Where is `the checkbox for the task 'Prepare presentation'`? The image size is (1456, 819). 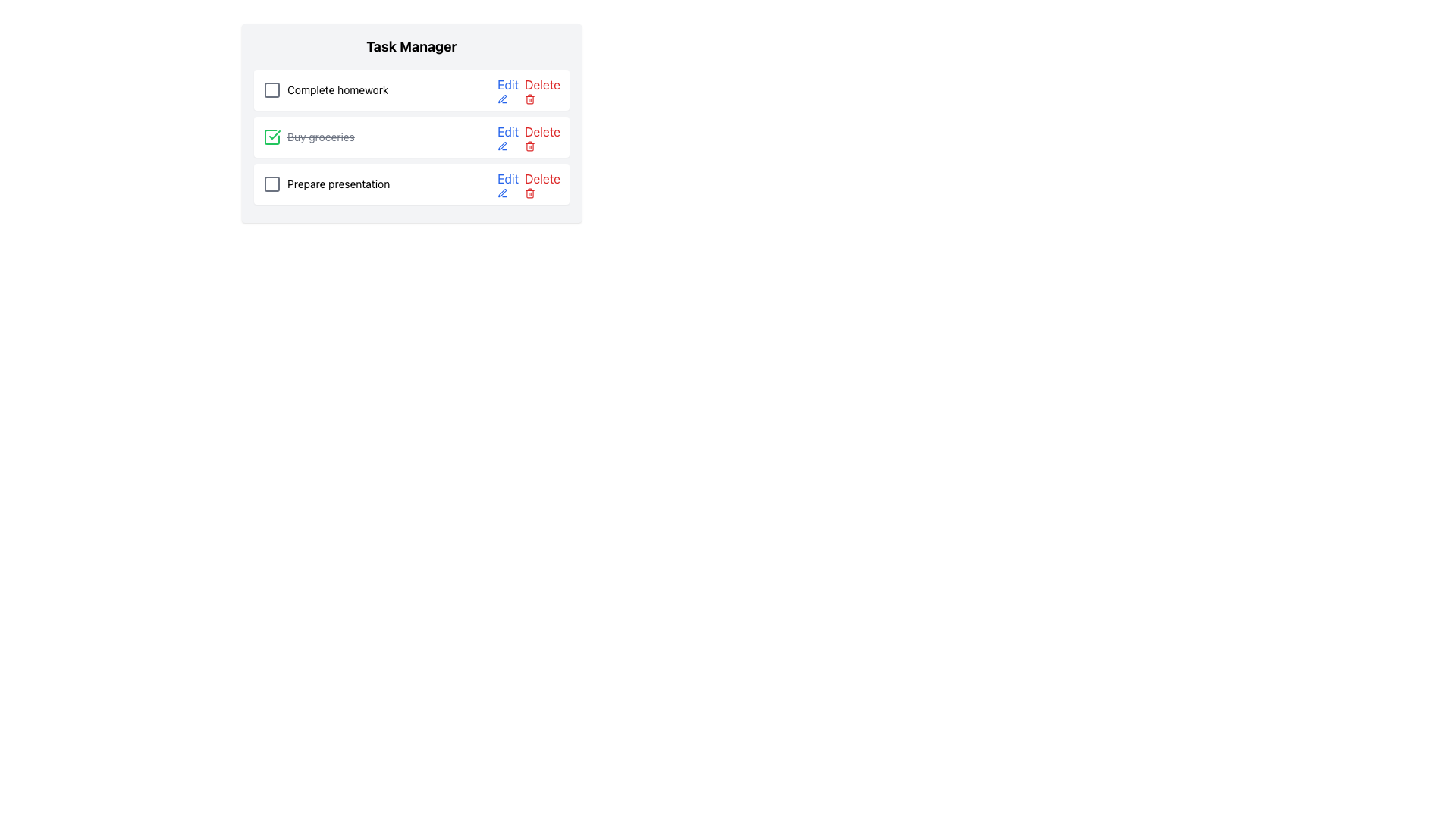
the checkbox for the task 'Prepare presentation' is located at coordinates (272, 184).